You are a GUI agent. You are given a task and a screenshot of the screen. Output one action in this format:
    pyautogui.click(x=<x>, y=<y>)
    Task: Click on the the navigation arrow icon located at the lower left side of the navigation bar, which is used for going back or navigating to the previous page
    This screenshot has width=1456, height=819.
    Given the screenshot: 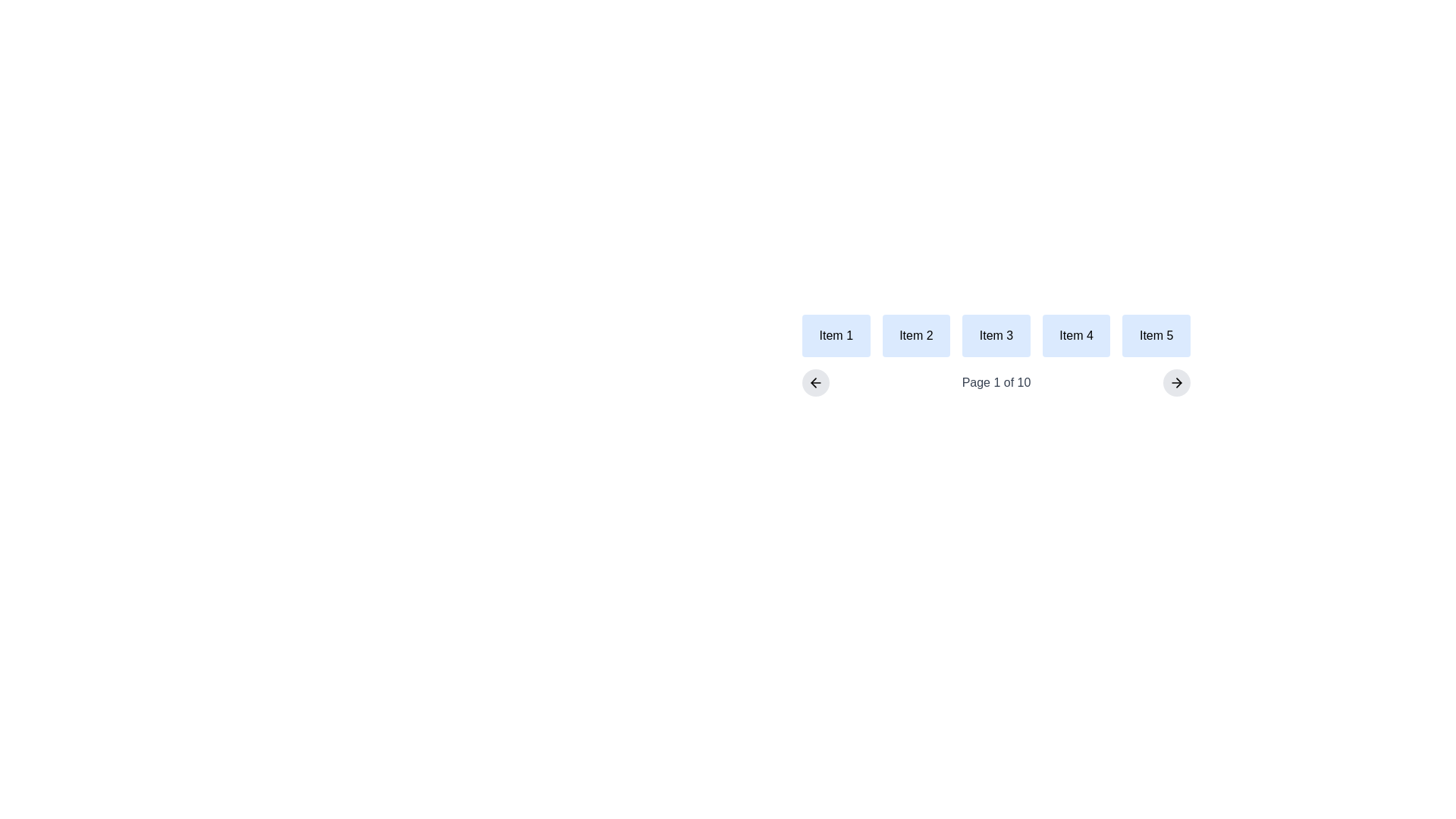 What is the action you would take?
    pyautogui.click(x=813, y=382)
    